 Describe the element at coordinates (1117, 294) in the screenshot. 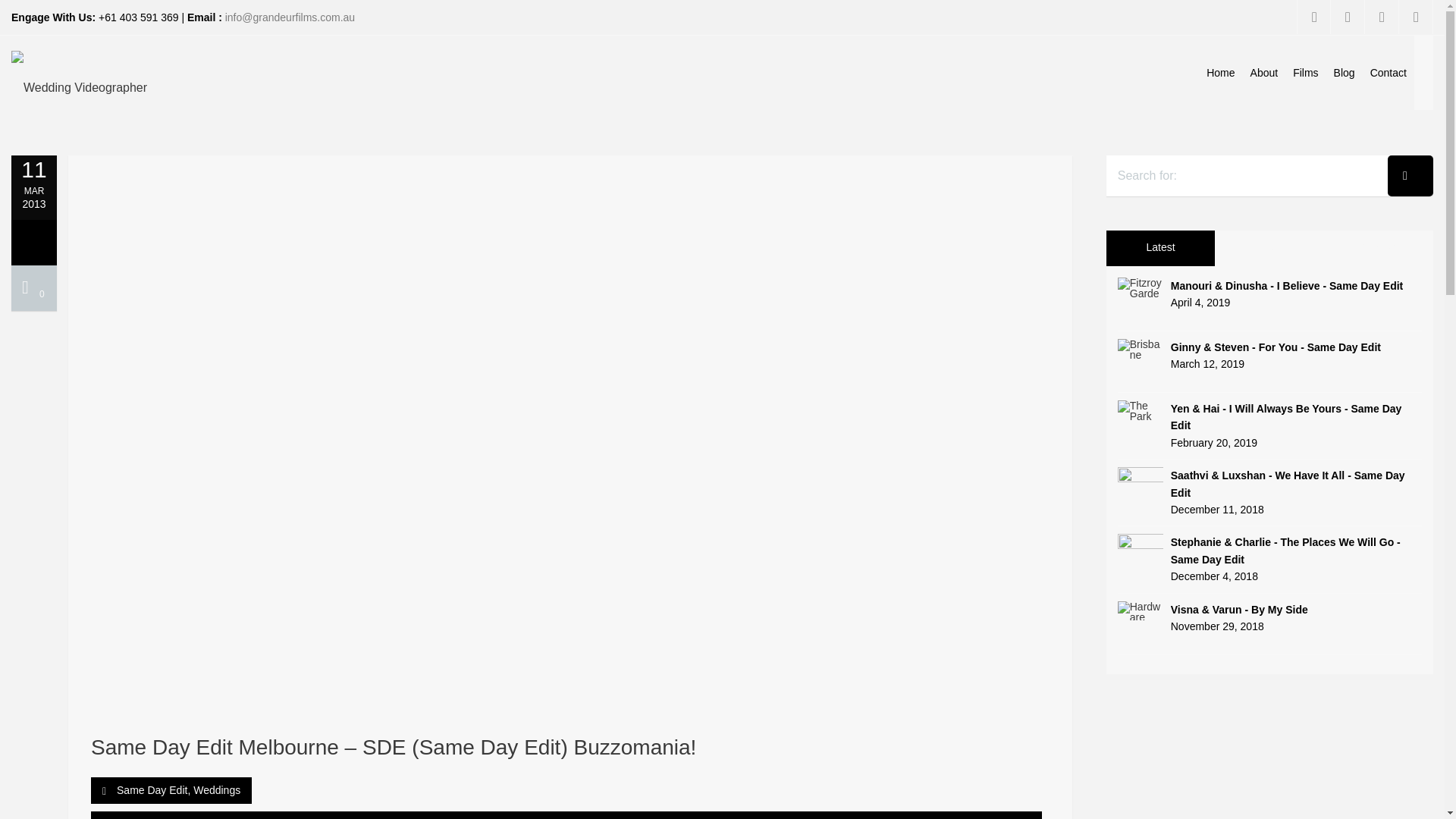

I see `'Manouri & Dinusha - I Believe - Same Day Edit` at that location.